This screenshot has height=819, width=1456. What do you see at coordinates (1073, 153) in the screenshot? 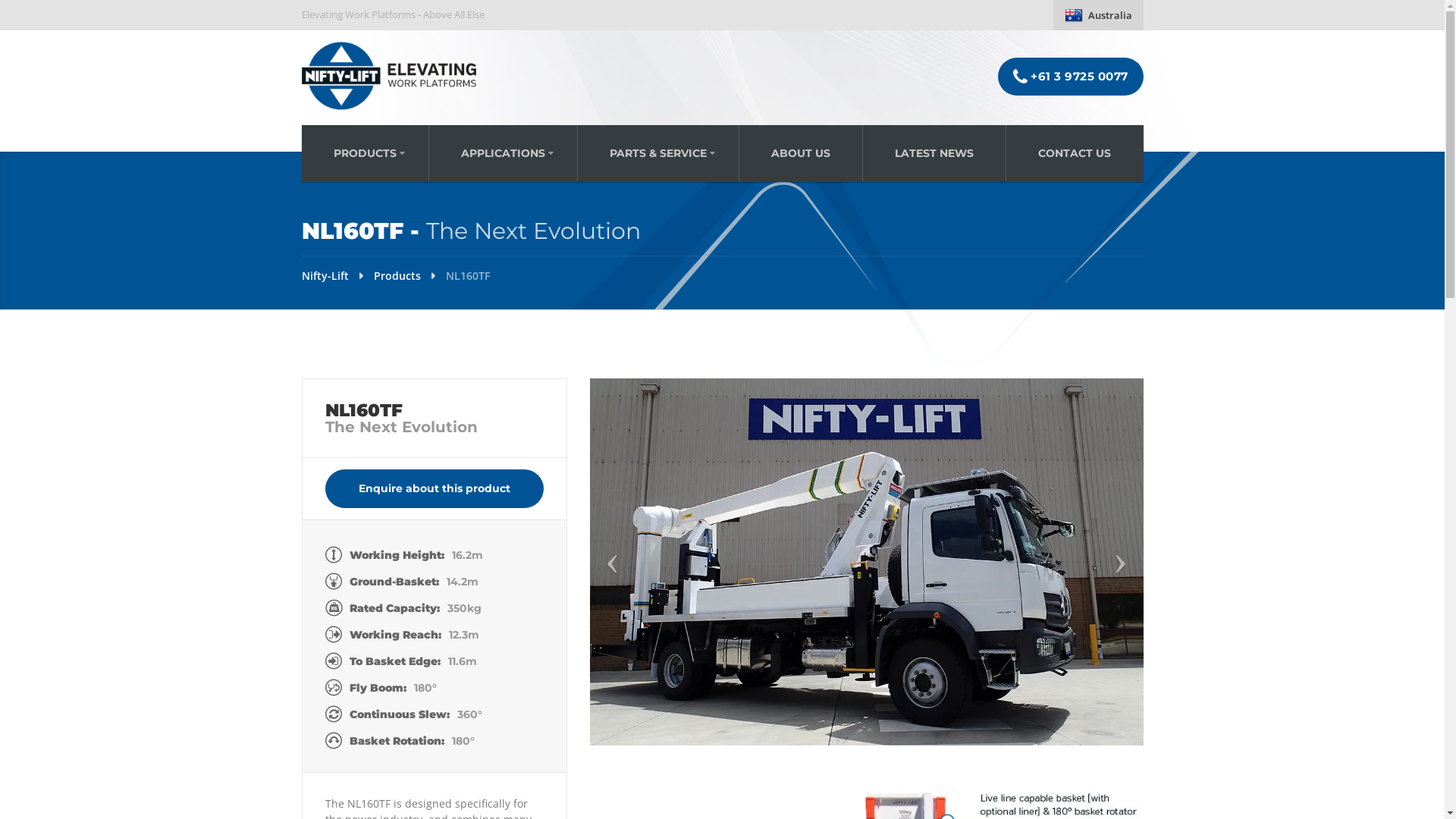
I see `'CONTACT US'` at bounding box center [1073, 153].